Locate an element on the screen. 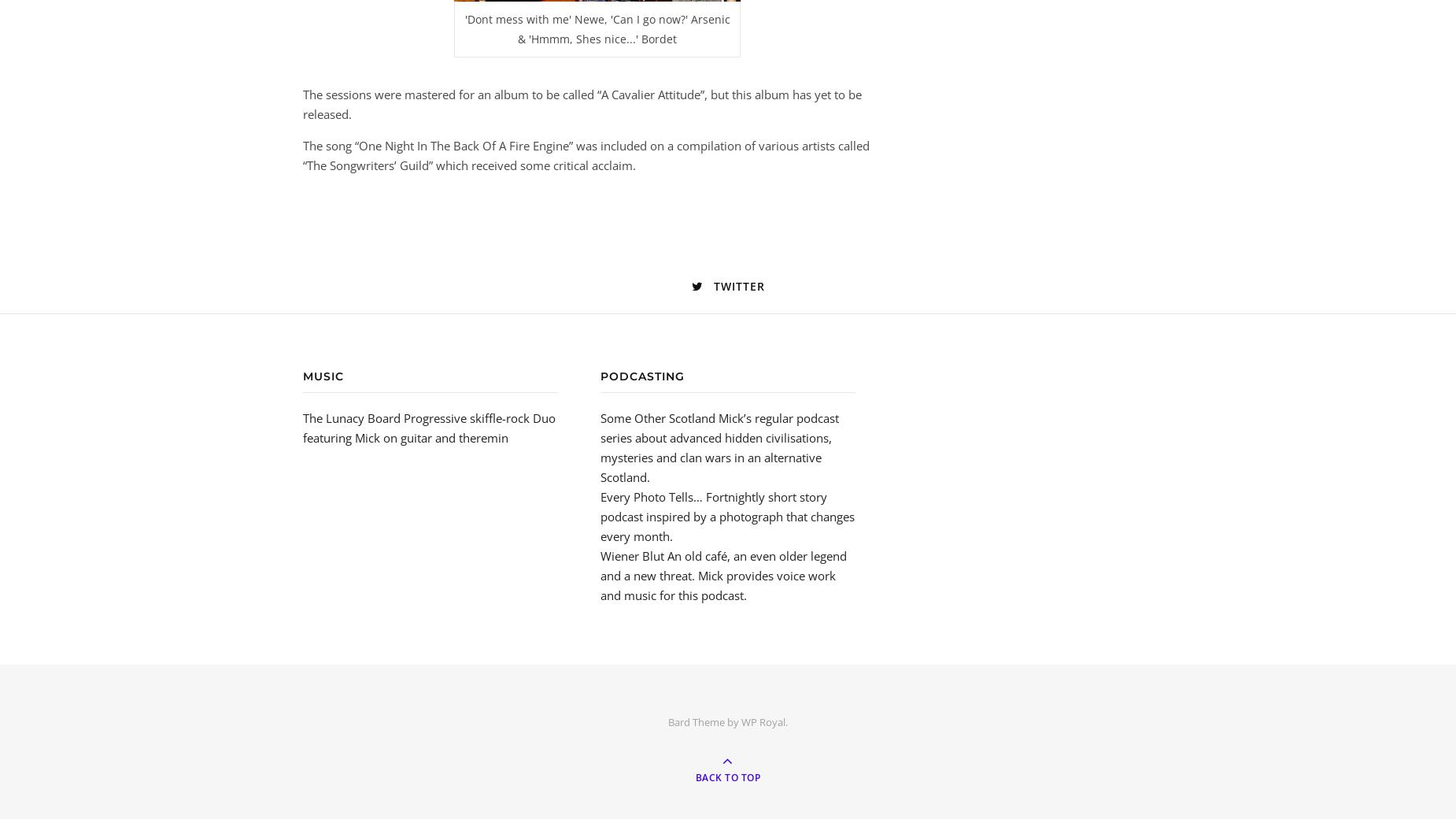 This screenshot has width=1456, height=819. 'Wiener Blut' is located at coordinates (632, 555).